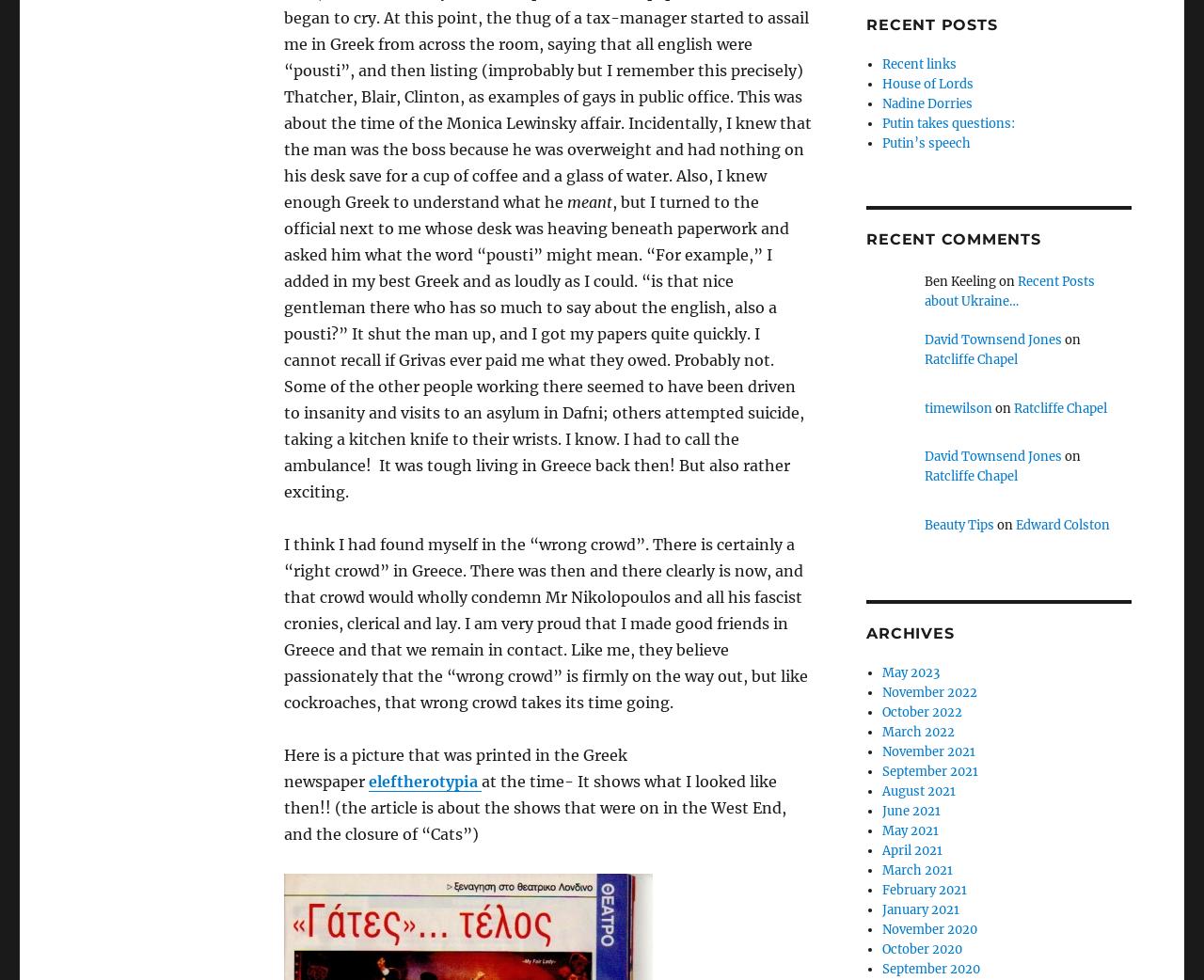  I want to click on 'May 2021', so click(910, 830).